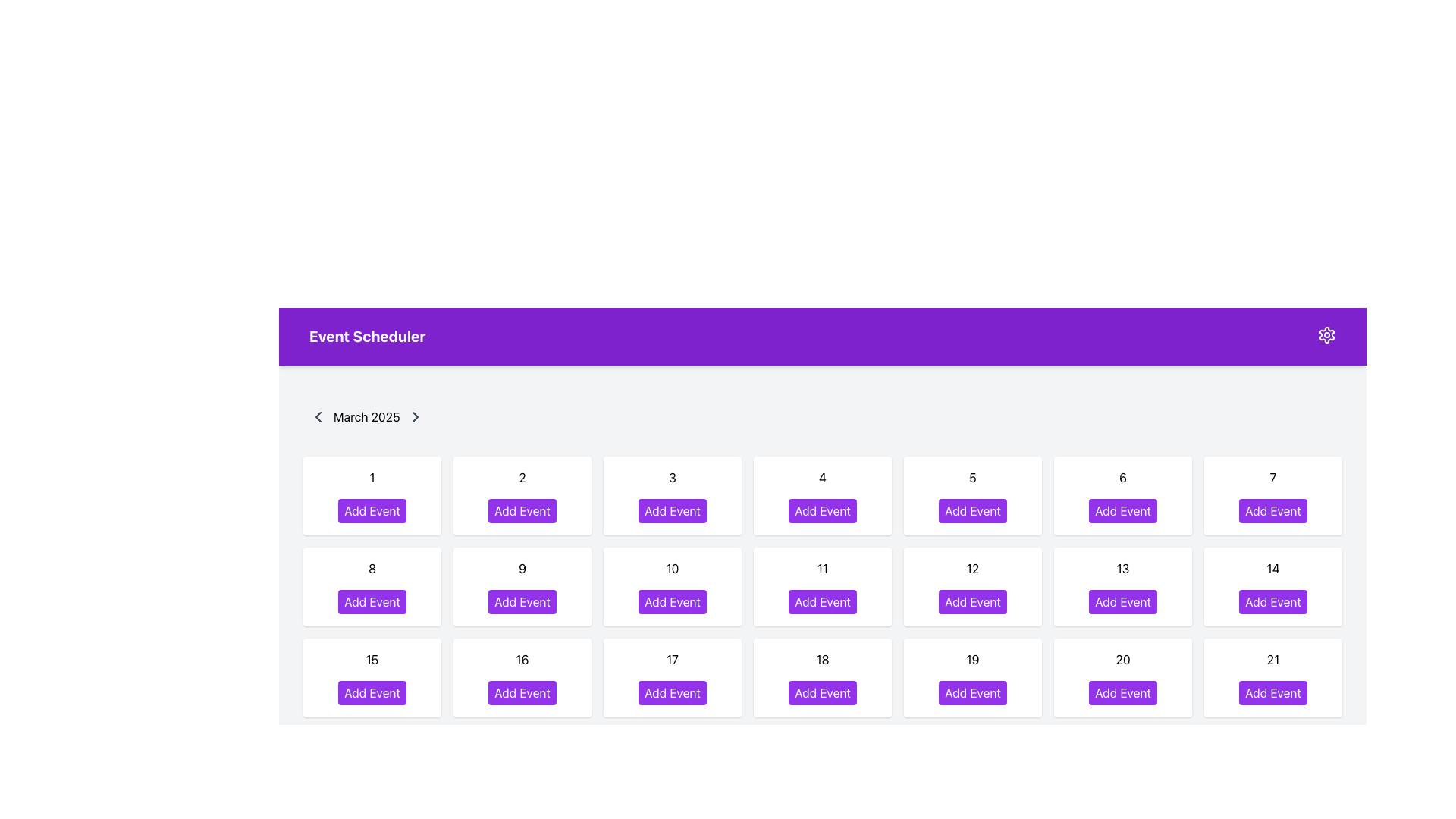 The image size is (1456, 819). What do you see at coordinates (1123, 496) in the screenshot?
I see `the 'Add Event' button on the date card representing the date '6' in the top row of the calendar grid to initiate the event creation process` at bounding box center [1123, 496].